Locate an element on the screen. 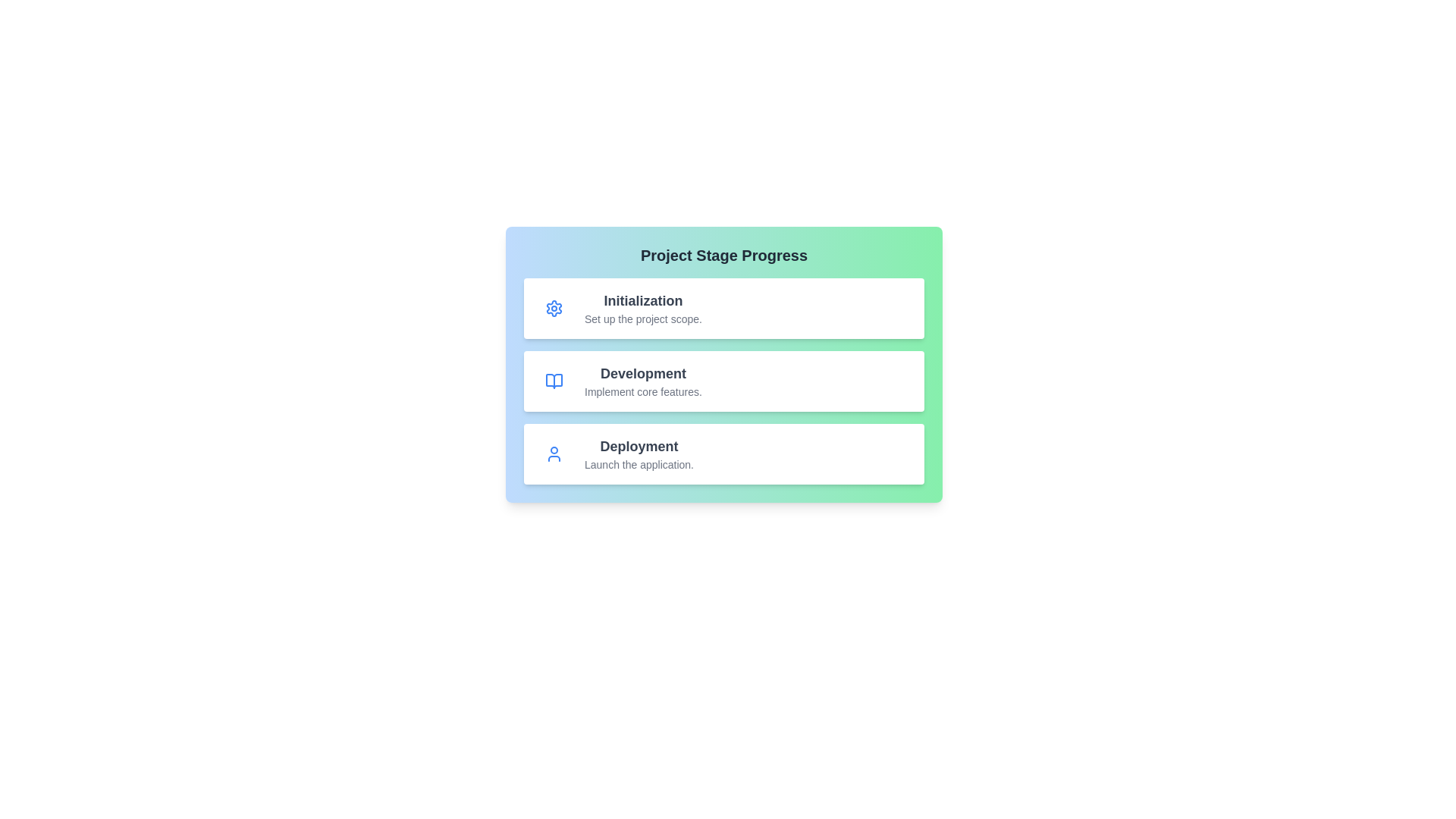  the text block representing the project phase 'Initialization' to read its heading and subheading is located at coordinates (643, 308).